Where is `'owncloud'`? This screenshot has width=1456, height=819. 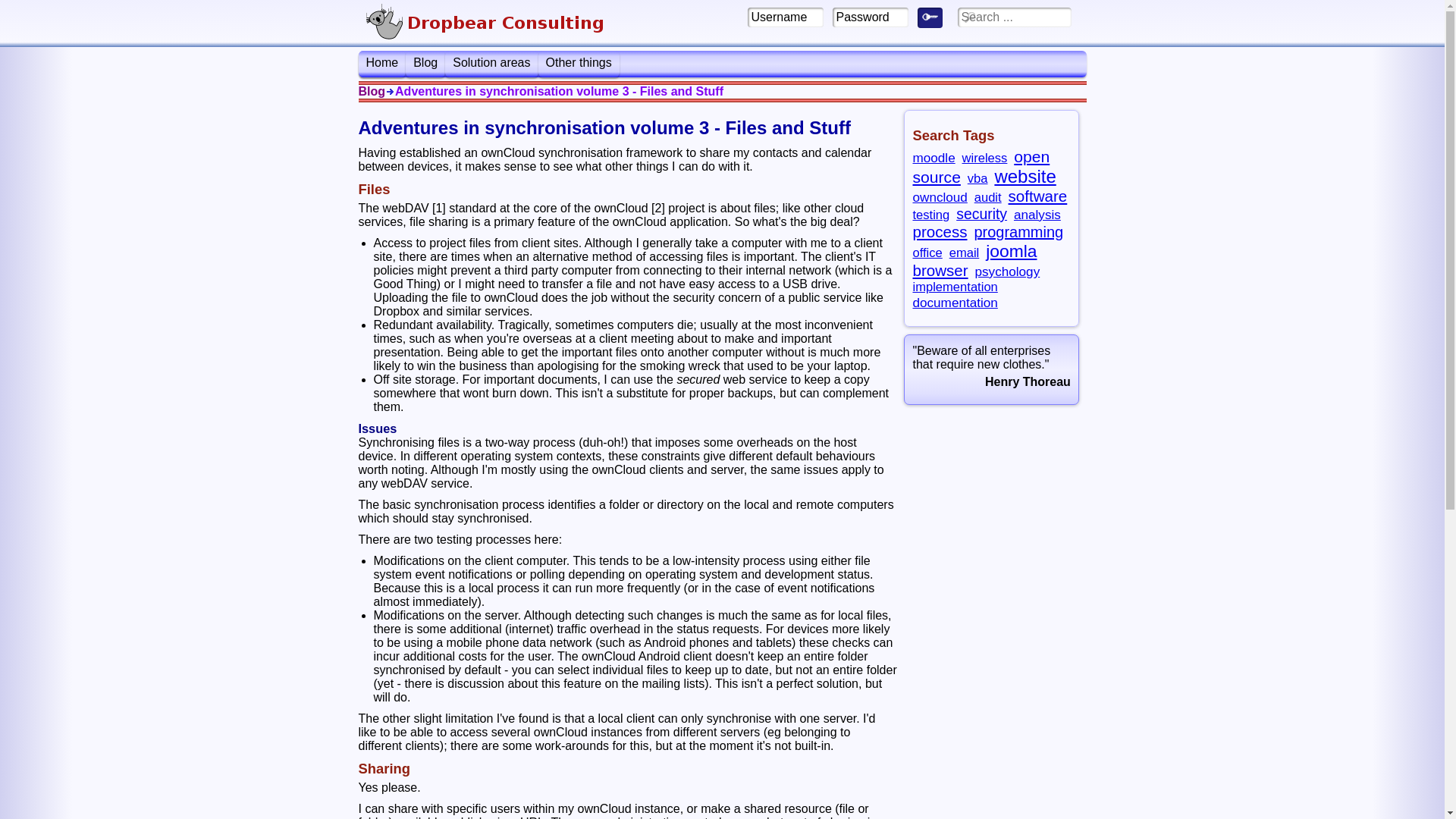
'owncloud' is located at coordinates (912, 196).